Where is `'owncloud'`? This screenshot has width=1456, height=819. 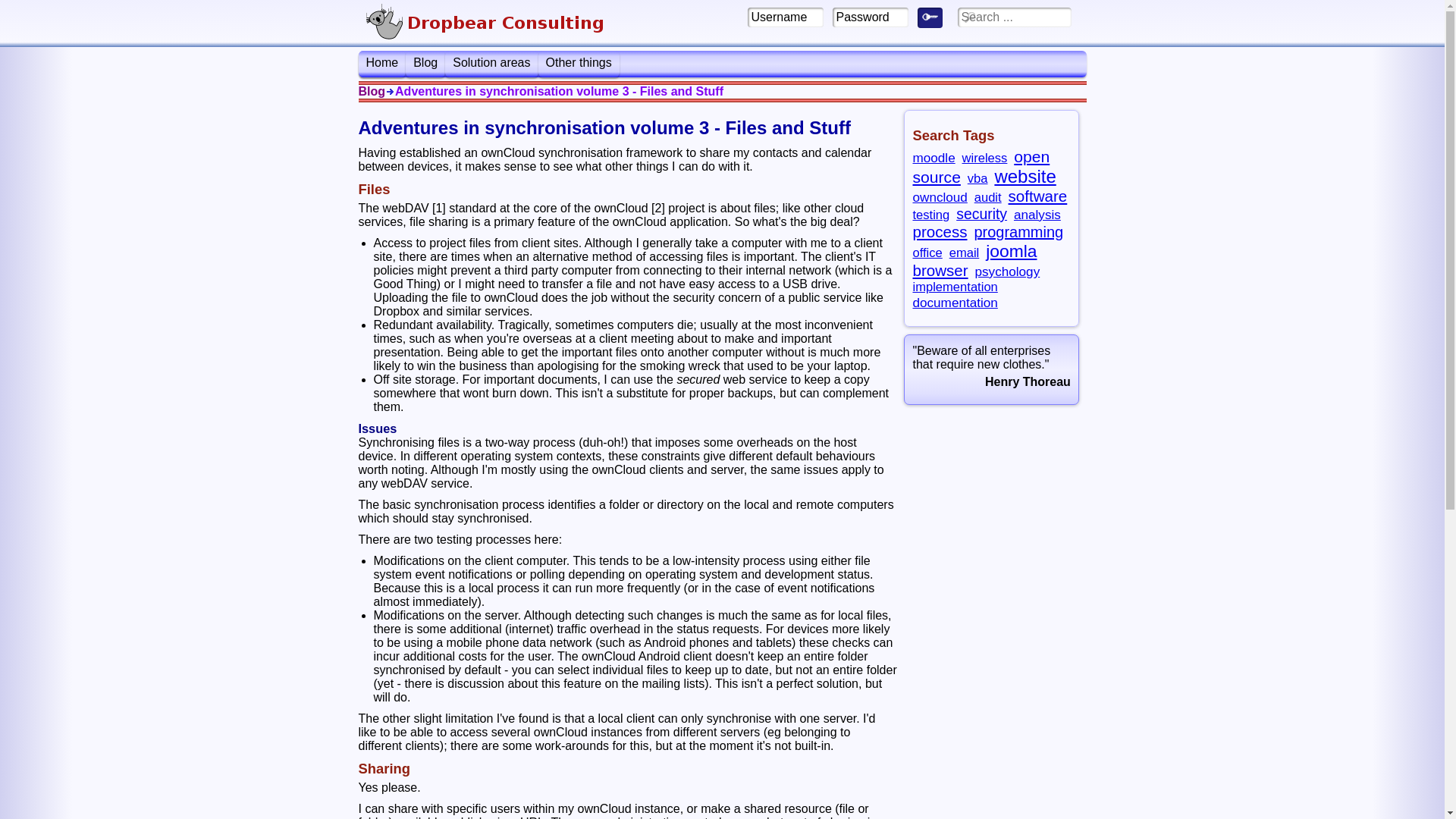
'owncloud' is located at coordinates (912, 196).